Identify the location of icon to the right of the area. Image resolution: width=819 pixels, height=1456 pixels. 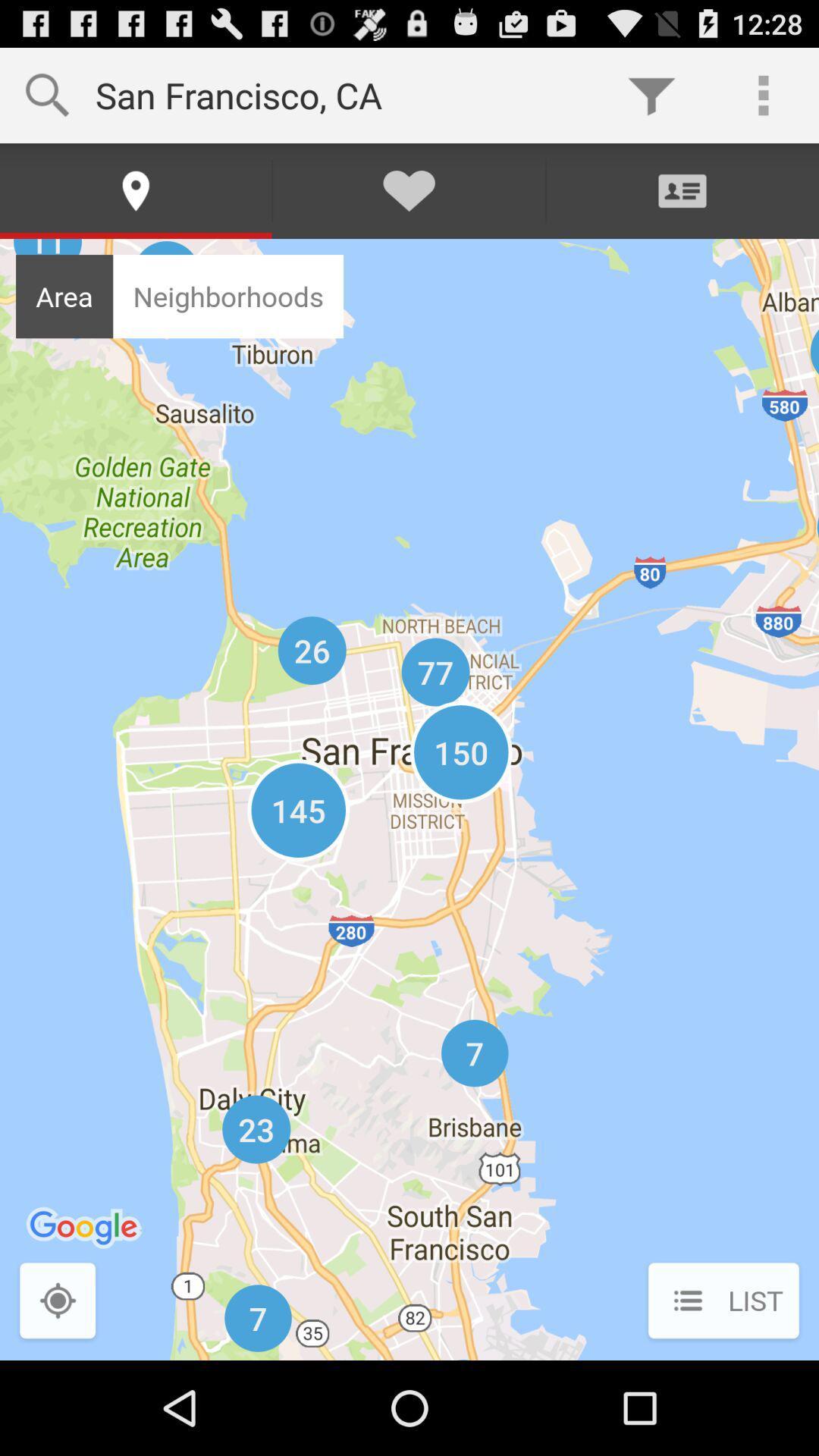
(228, 297).